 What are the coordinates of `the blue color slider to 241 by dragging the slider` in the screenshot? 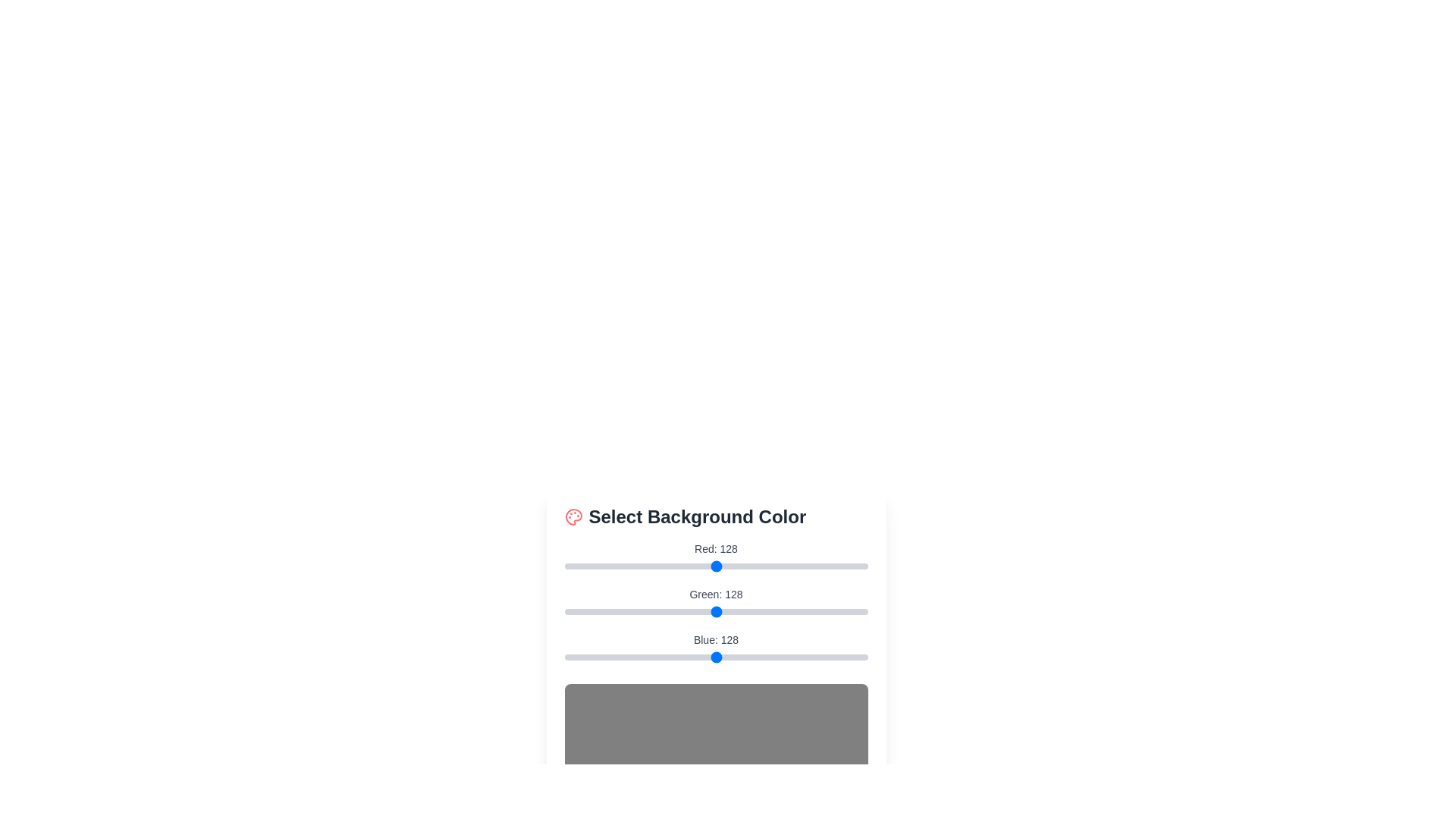 It's located at (851, 657).